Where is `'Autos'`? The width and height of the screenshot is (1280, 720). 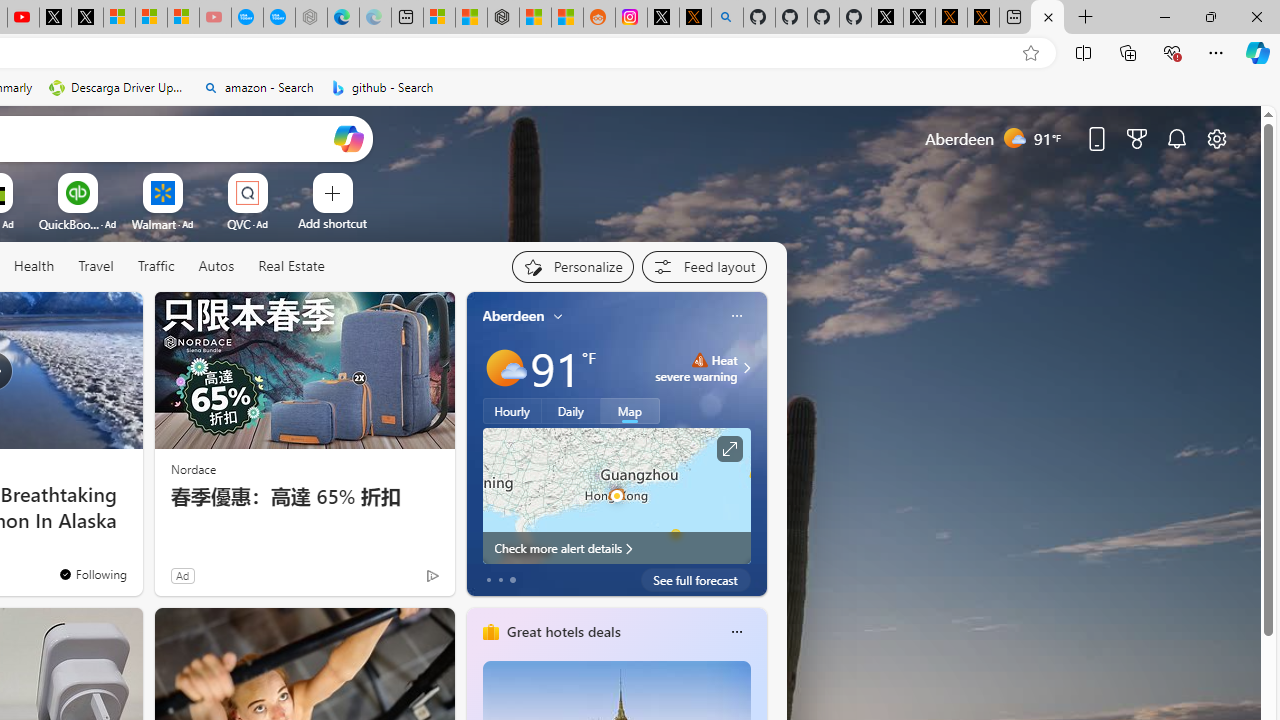
'Autos' is located at coordinates (216, 266).